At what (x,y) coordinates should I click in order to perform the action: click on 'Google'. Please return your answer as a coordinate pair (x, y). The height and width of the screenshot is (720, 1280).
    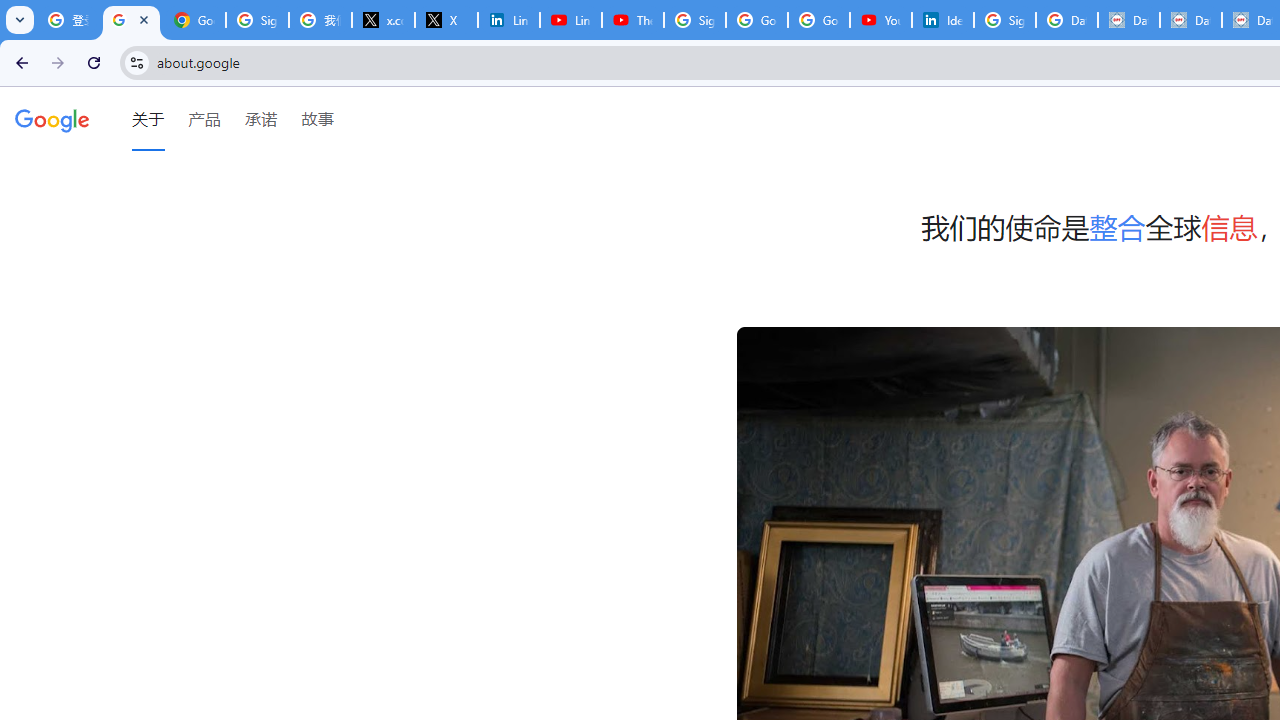
    Looking at the image, I should click on (52, 119).